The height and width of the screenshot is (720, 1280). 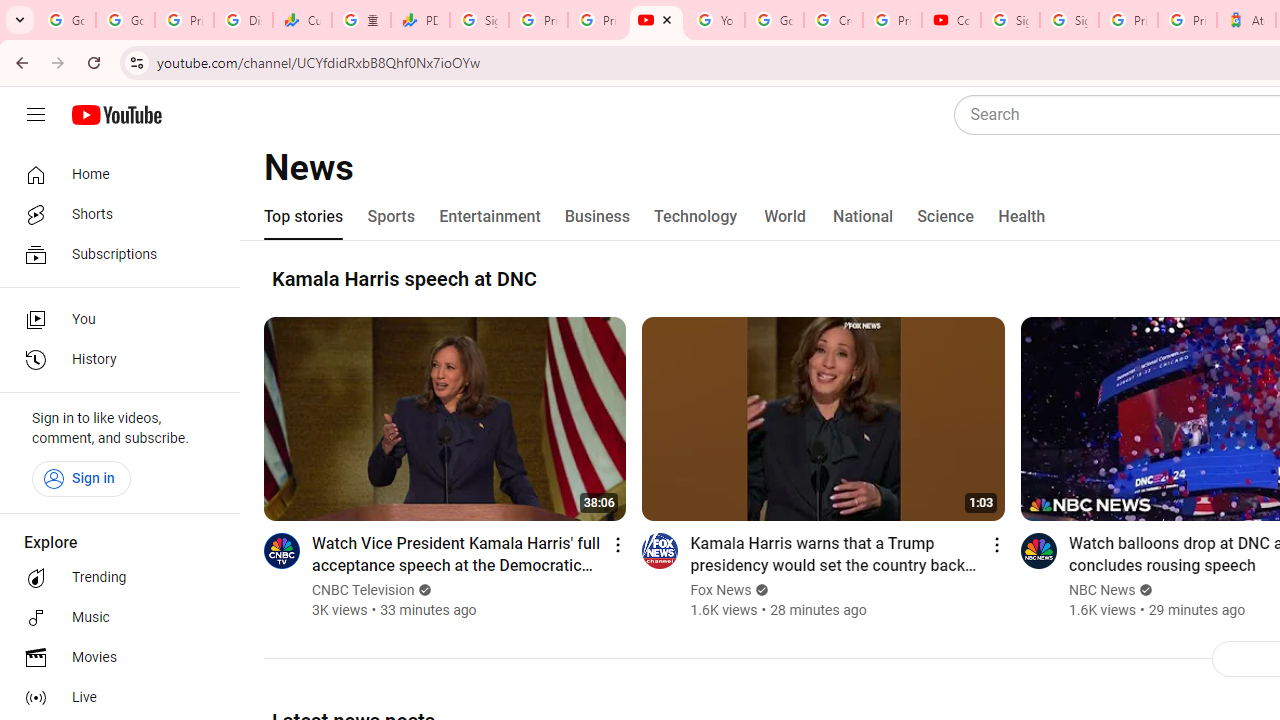 I want to click on 'Privacy Checkup', so click(x=596, y=20).